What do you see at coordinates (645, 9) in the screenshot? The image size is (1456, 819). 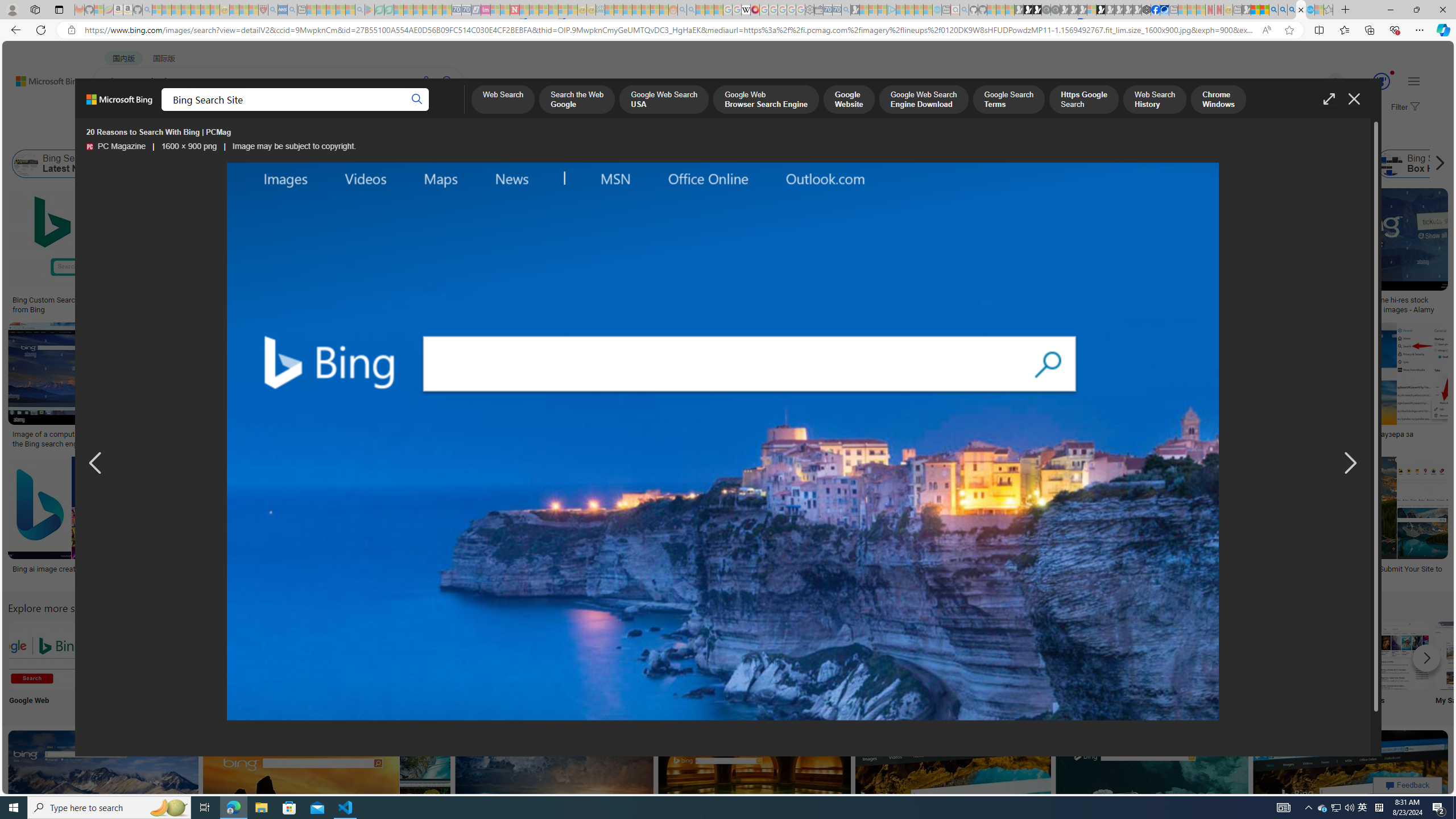 I see `'Kinda Frugal - MSN - Sleeping'` at bounding box center [645, 9].